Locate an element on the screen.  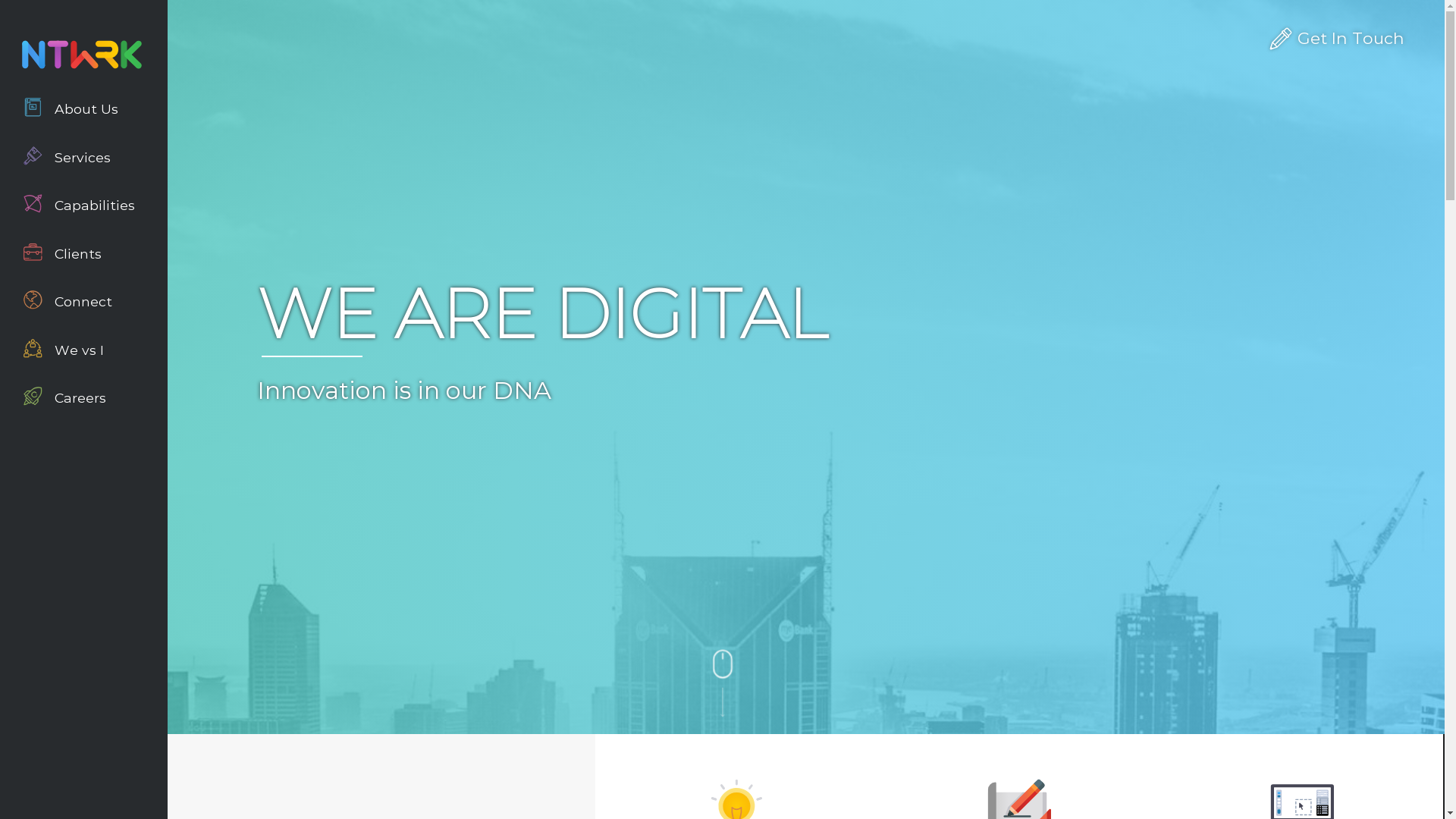
'We vs I' is located at coordinates (83, 350).